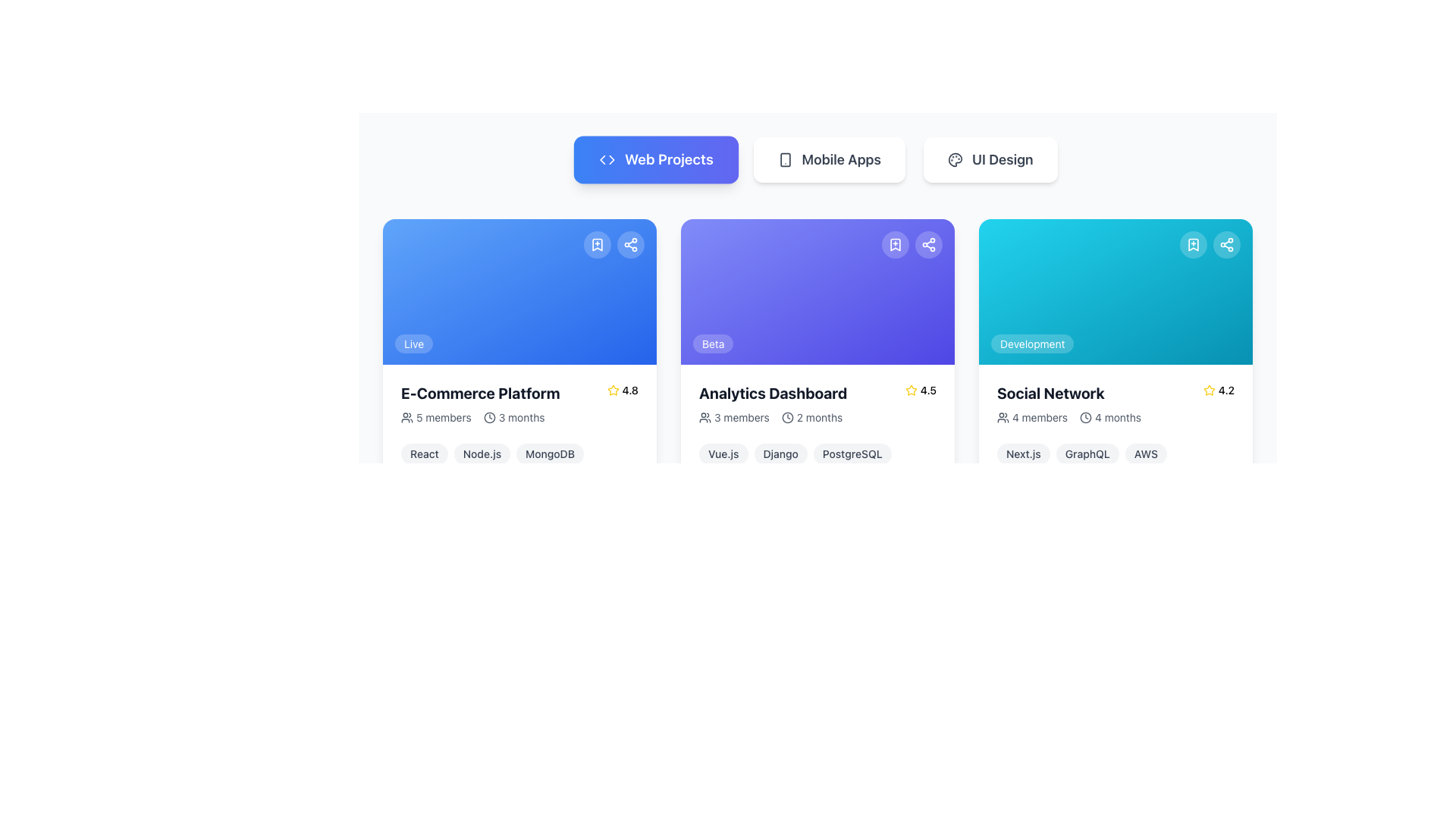 The image size is (1456, 819). Describe the element at coordinates (927, 244) in the screenshot. I see `the sharing icon located inside the rounded button in the top-right corner of the second card in a horizontal list of cards` at that location.